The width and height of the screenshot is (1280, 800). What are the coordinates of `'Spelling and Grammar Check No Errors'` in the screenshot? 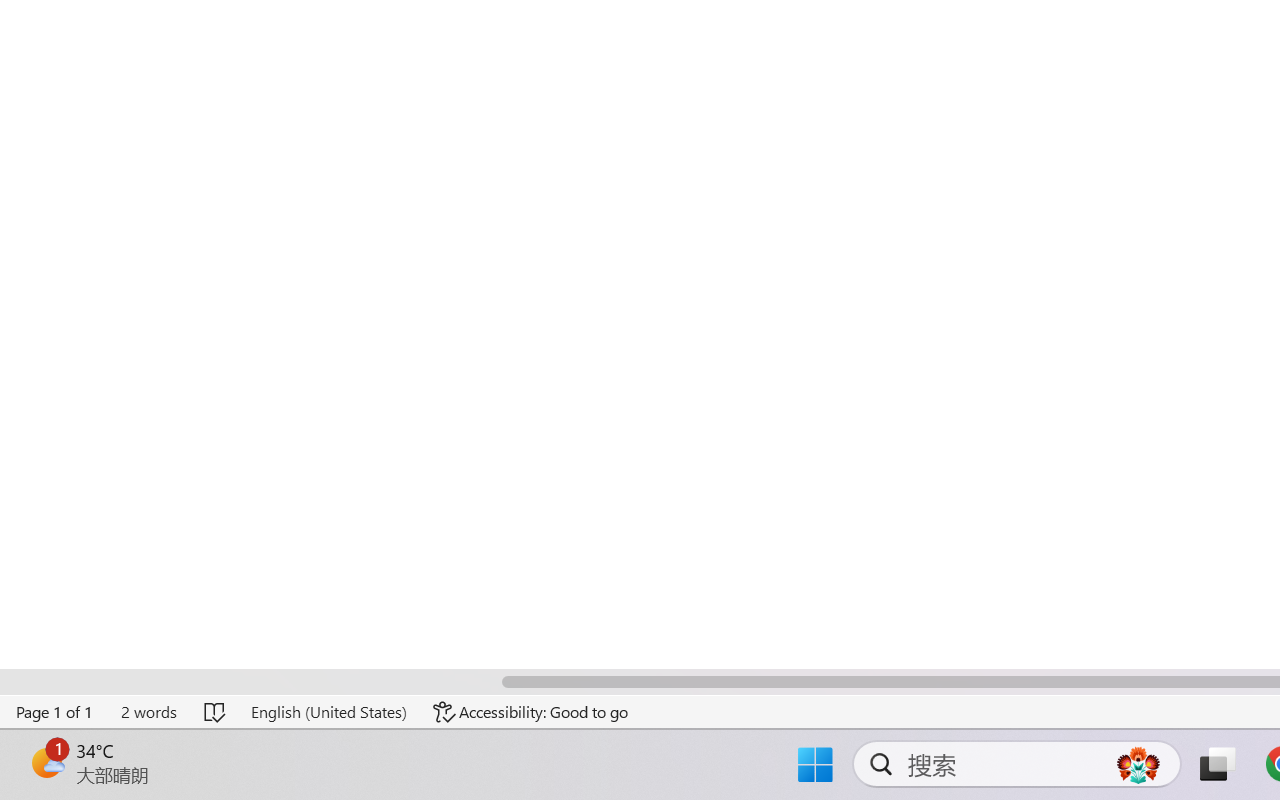 It's located at (216, 711).